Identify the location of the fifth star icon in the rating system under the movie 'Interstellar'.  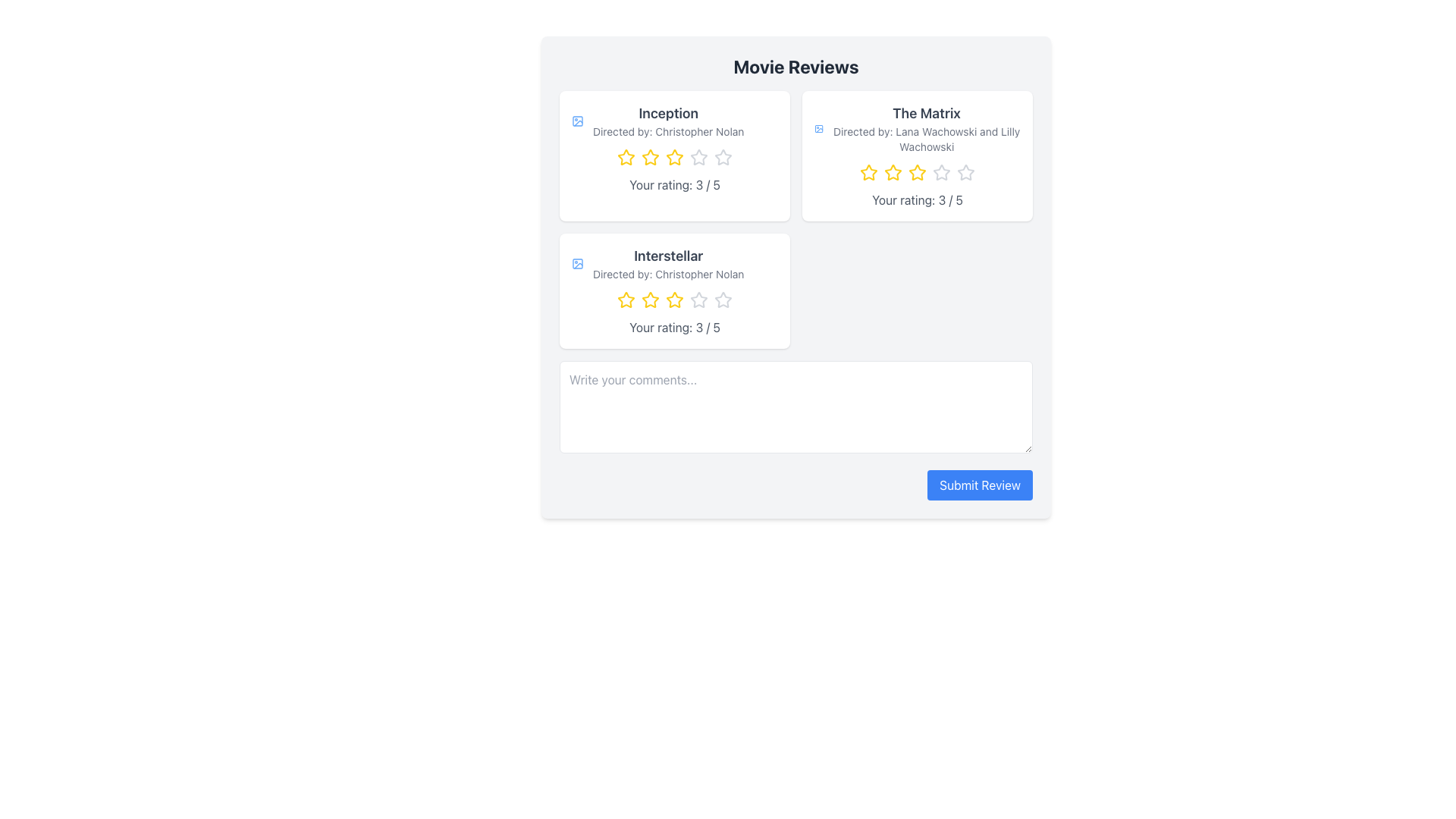
(723, 300).